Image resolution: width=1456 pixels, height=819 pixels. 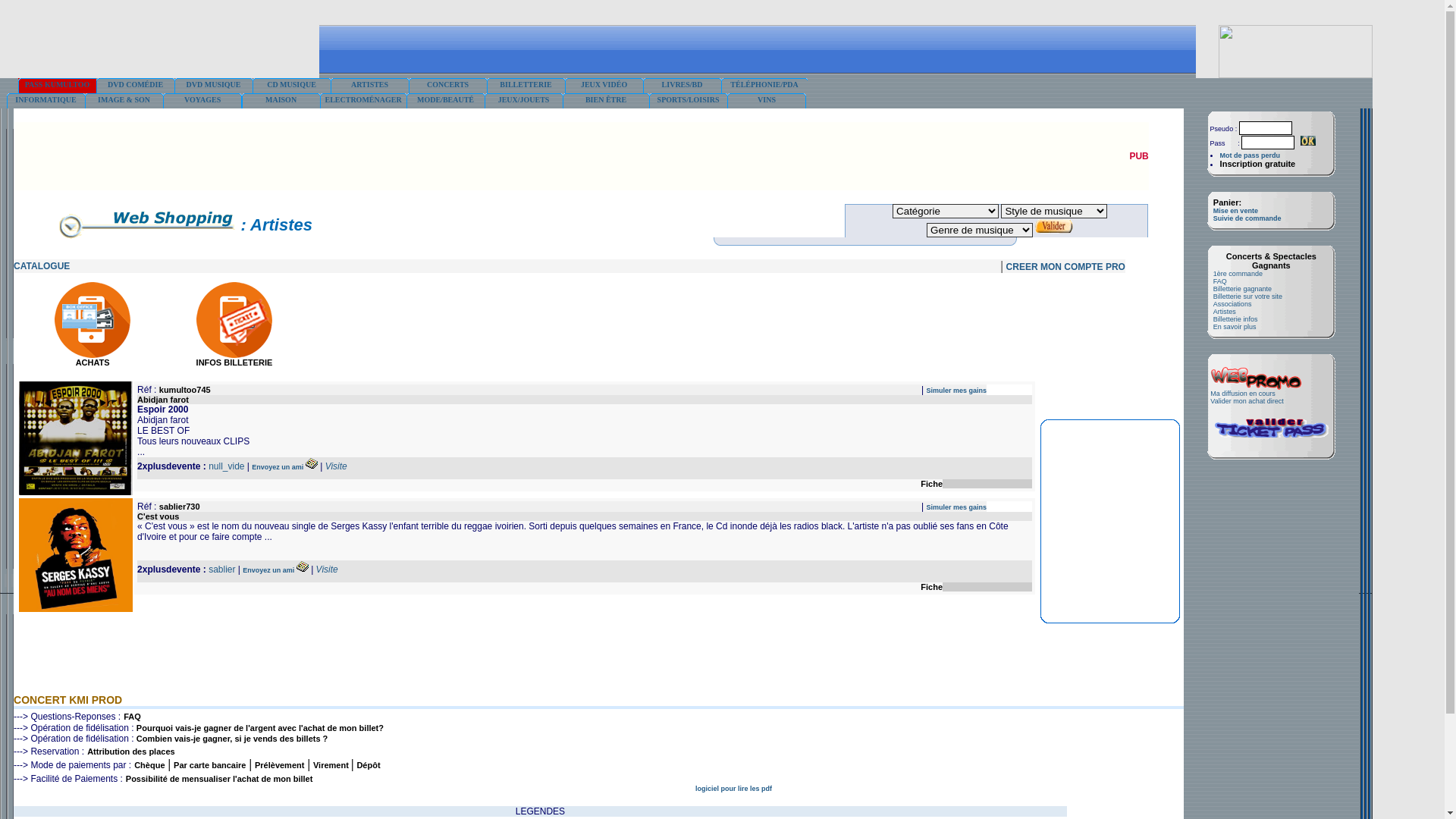 I want to click on 'VINS', so click(x=767, y=100).